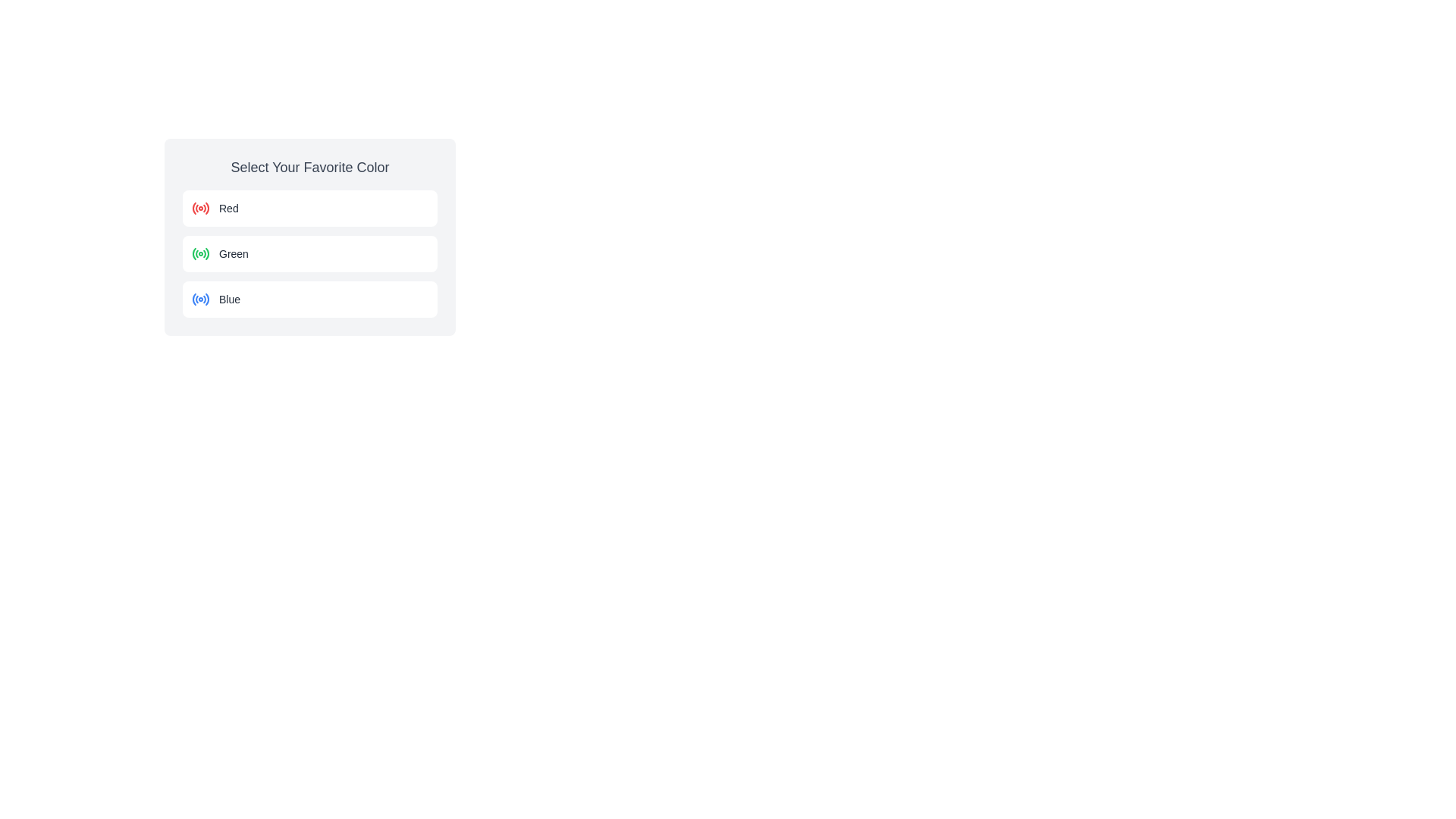  Describe the element at coordinates (233, 253) in the screenshot. I see `the second text label that identifies the associated color, situated between the labels for 'Red' and 'Blue', aligned with the green icon` at that location.